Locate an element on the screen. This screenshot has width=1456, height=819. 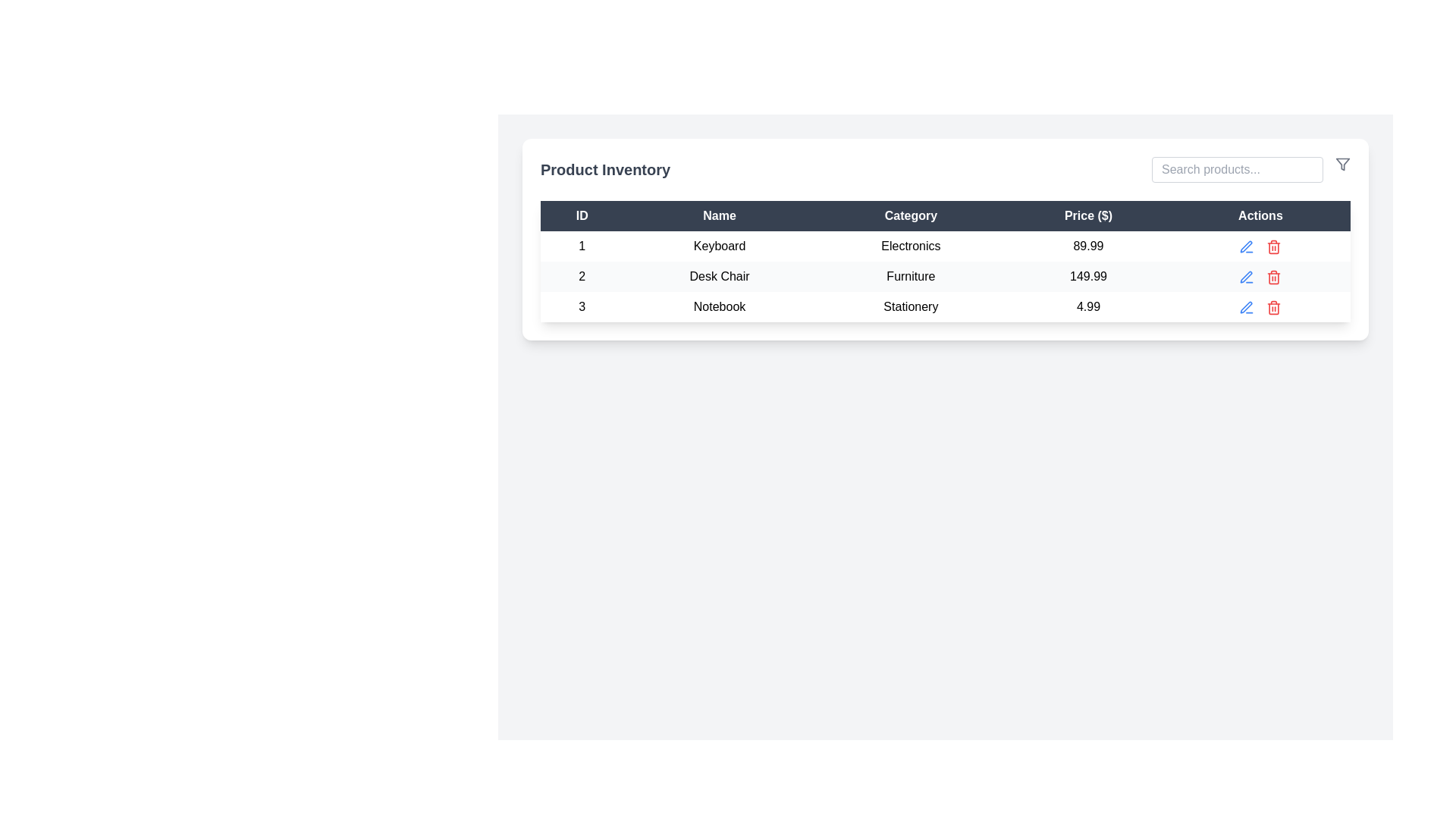
the trash can icon button located in the last column labeled 'Actions' of the third row in the data table is located at coordinates (1274, 307).